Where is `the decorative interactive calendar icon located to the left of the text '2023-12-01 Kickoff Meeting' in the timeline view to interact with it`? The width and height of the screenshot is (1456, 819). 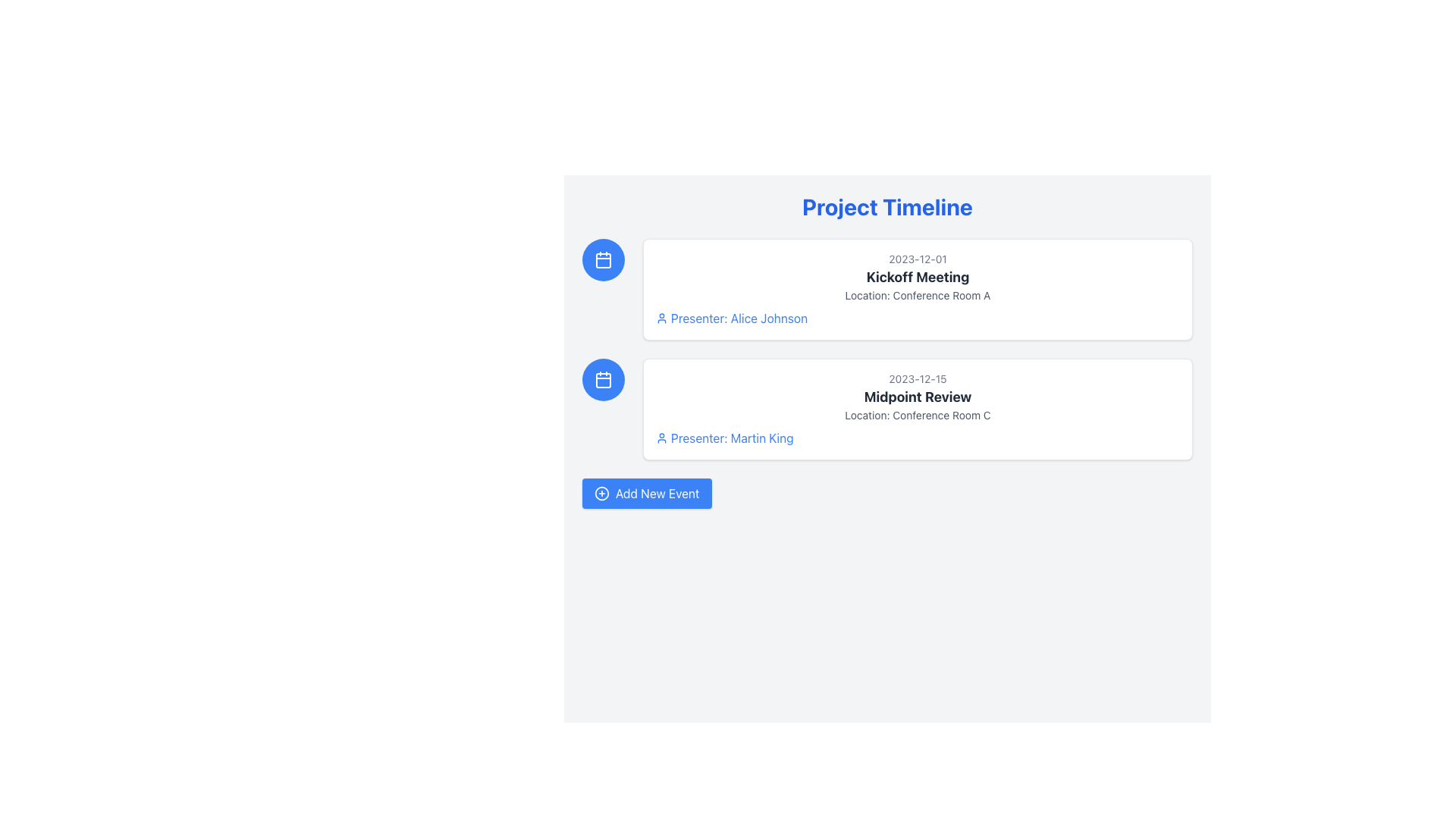 the decorative interactive calendar icon located to the left of the text '2023-12-01 Kickoff Meeting' in the timeline view to interact with it is located at coordinates (603, 259).